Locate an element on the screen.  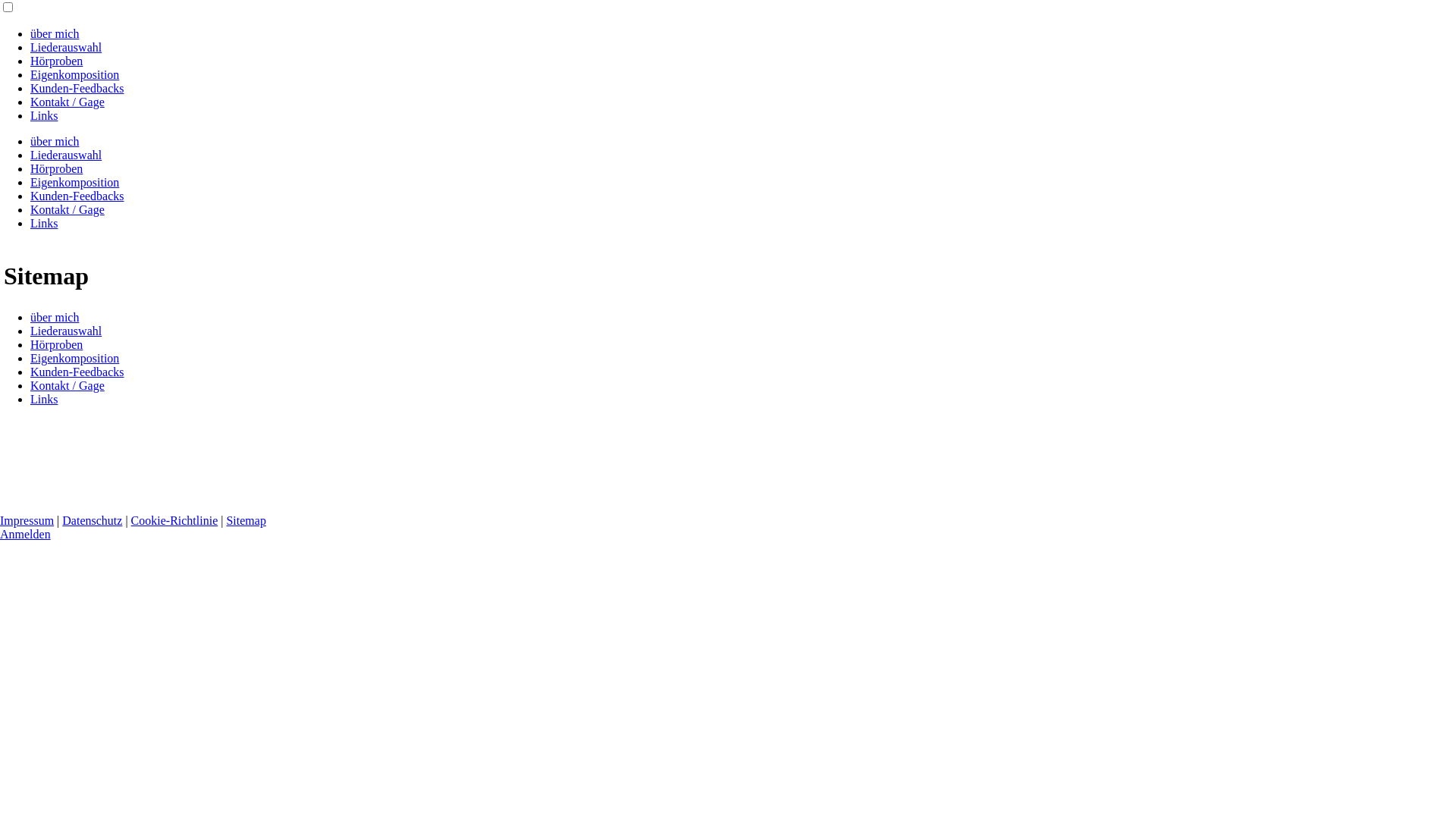
'Links' is located at coordinates (43, 223).